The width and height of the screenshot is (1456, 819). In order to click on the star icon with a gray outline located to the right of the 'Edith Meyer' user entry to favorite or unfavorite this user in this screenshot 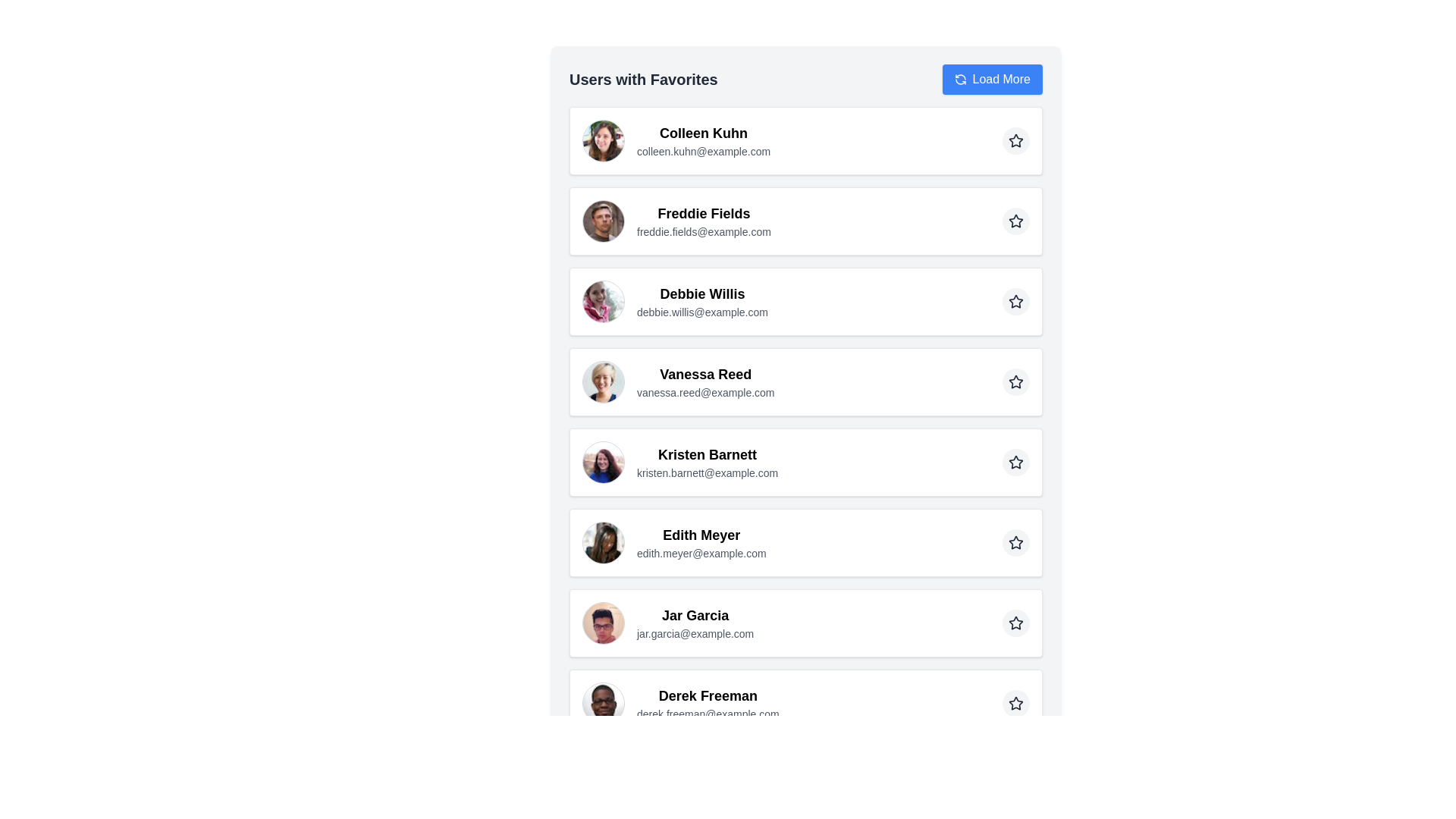, I will do `click(1015, 542)`.